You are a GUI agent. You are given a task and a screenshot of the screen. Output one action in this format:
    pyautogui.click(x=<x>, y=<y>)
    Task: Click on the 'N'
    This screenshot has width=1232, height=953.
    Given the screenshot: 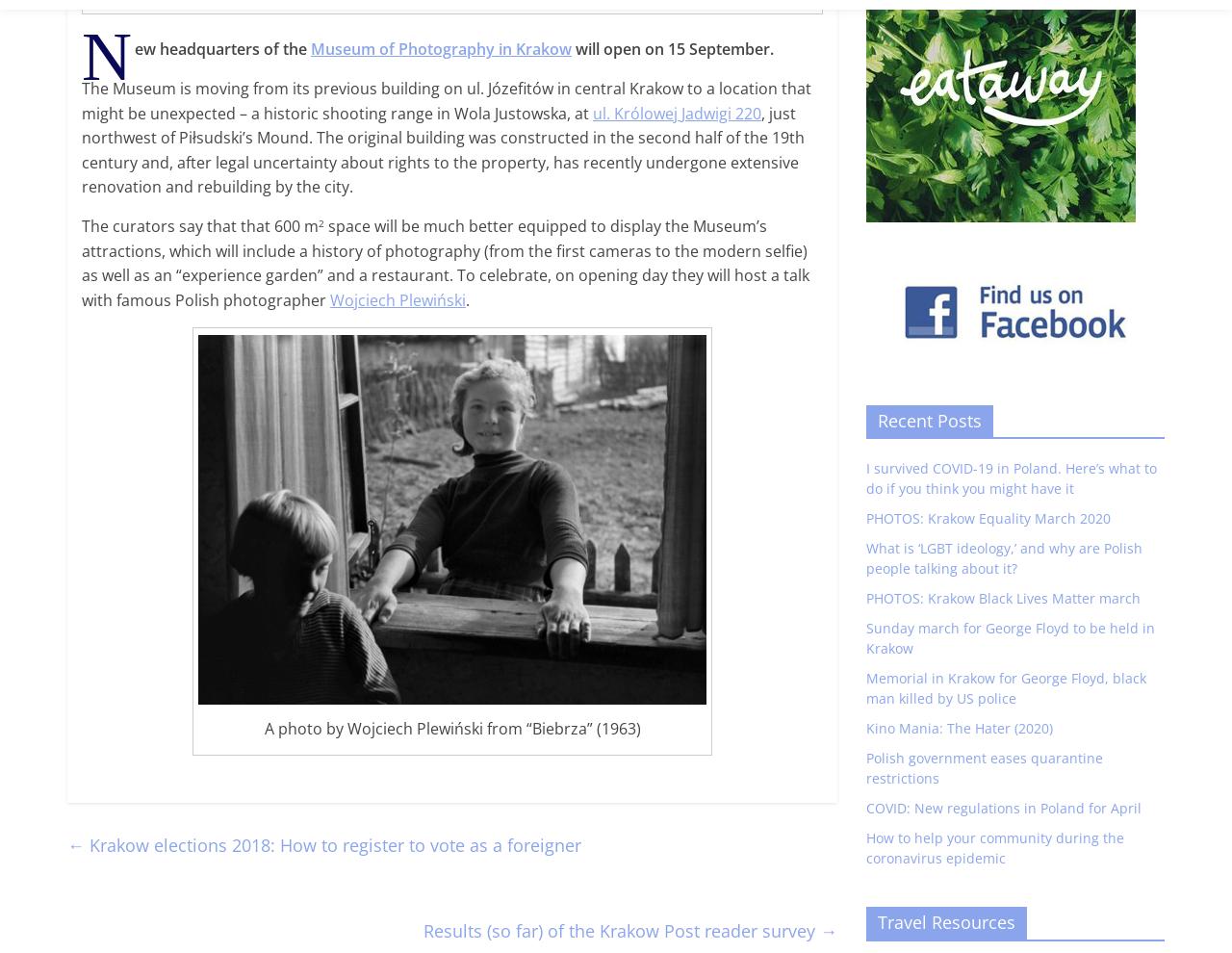 What is the action you would take?
    pyautogui.click(x=105, y=57)
    